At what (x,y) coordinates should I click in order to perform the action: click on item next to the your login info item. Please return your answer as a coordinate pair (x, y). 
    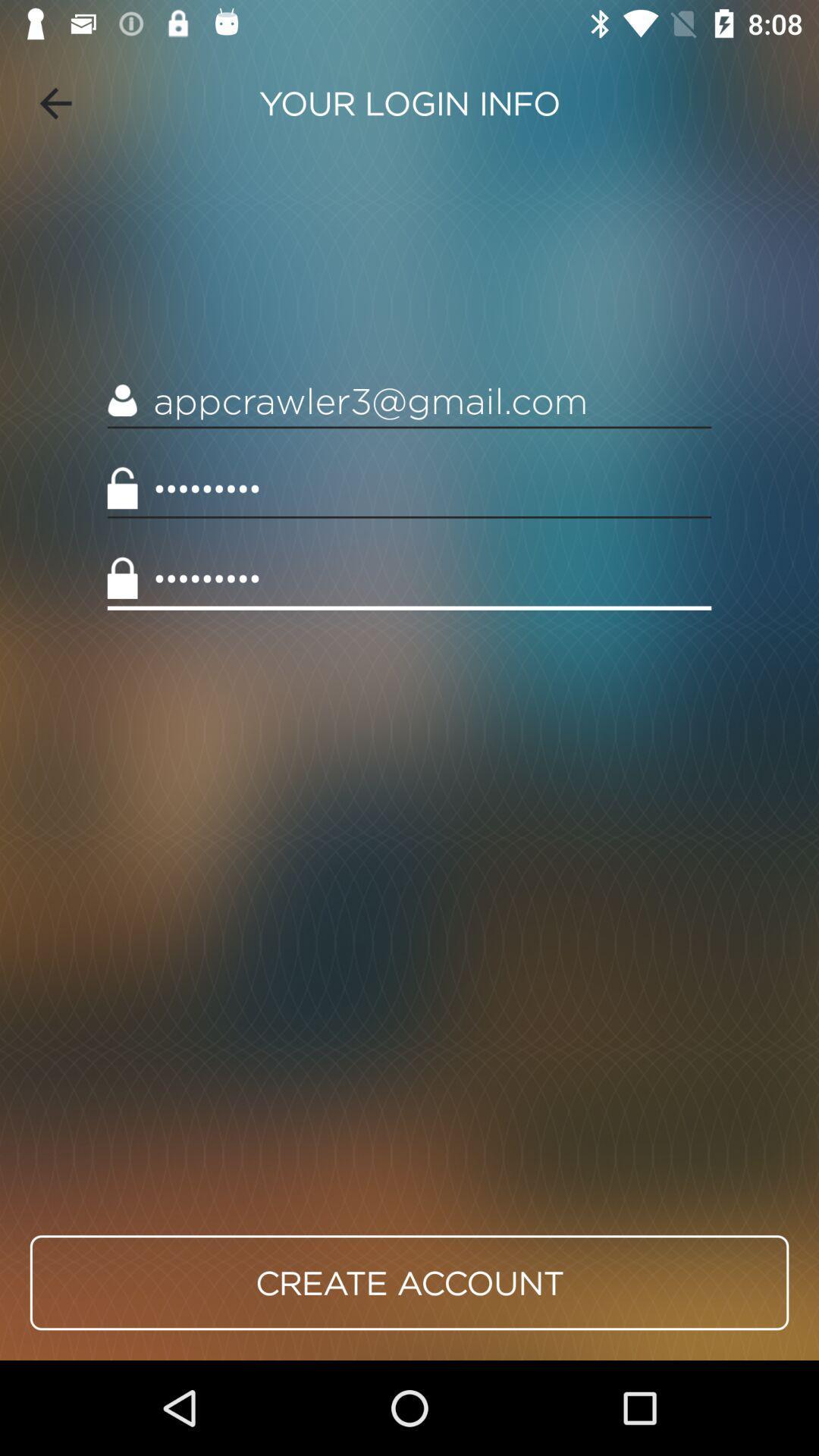
    Looking at the image, I should click on (55, 102).